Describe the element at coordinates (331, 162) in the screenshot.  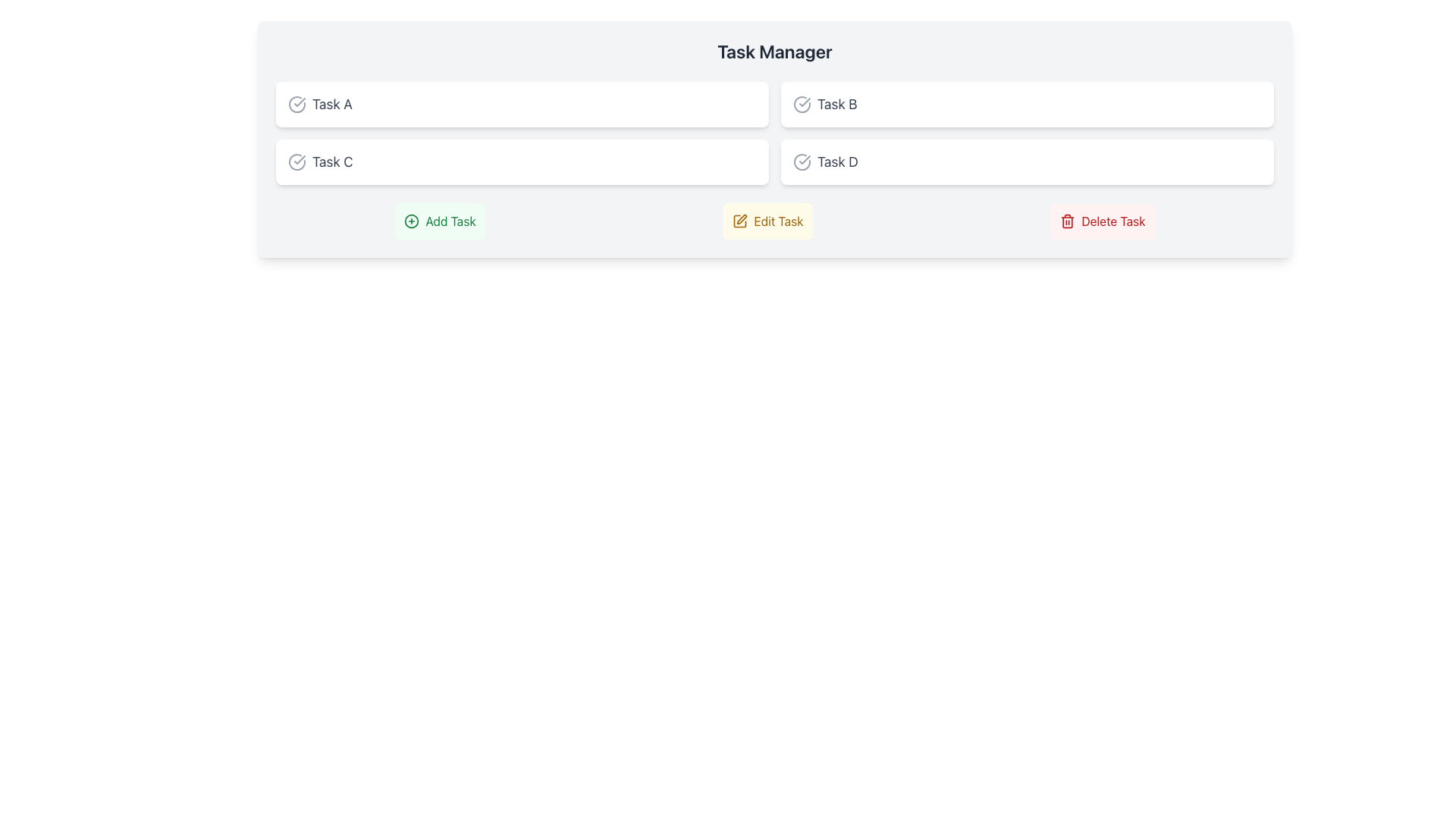
I see `the Text label located in the second card from the top in the left column of a grid layout, which serves as a header for the task details` at that location.